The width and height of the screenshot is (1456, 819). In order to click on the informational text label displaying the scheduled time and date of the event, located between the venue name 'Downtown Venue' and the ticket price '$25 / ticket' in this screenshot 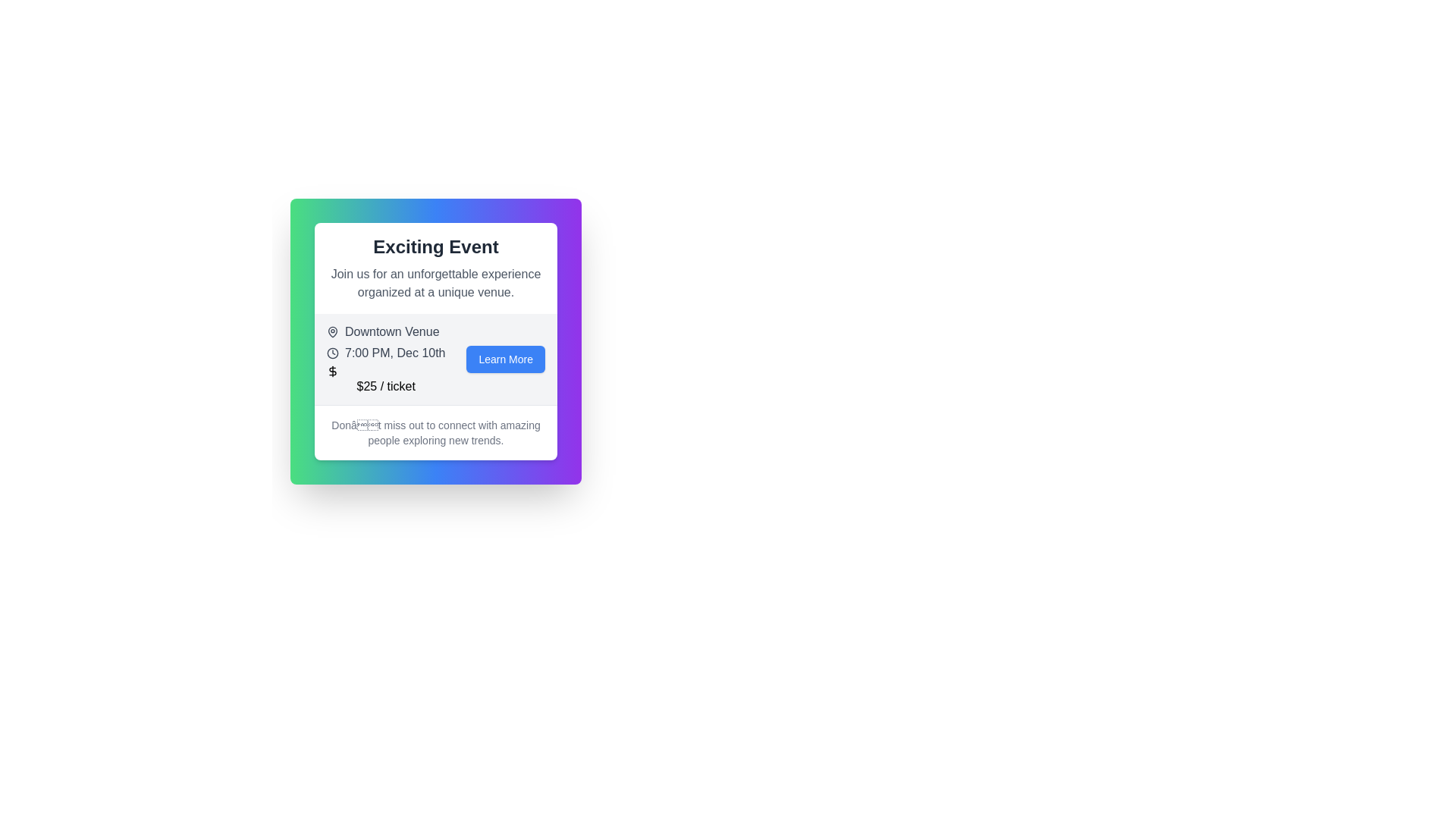, I will do `click(386, 353)`.